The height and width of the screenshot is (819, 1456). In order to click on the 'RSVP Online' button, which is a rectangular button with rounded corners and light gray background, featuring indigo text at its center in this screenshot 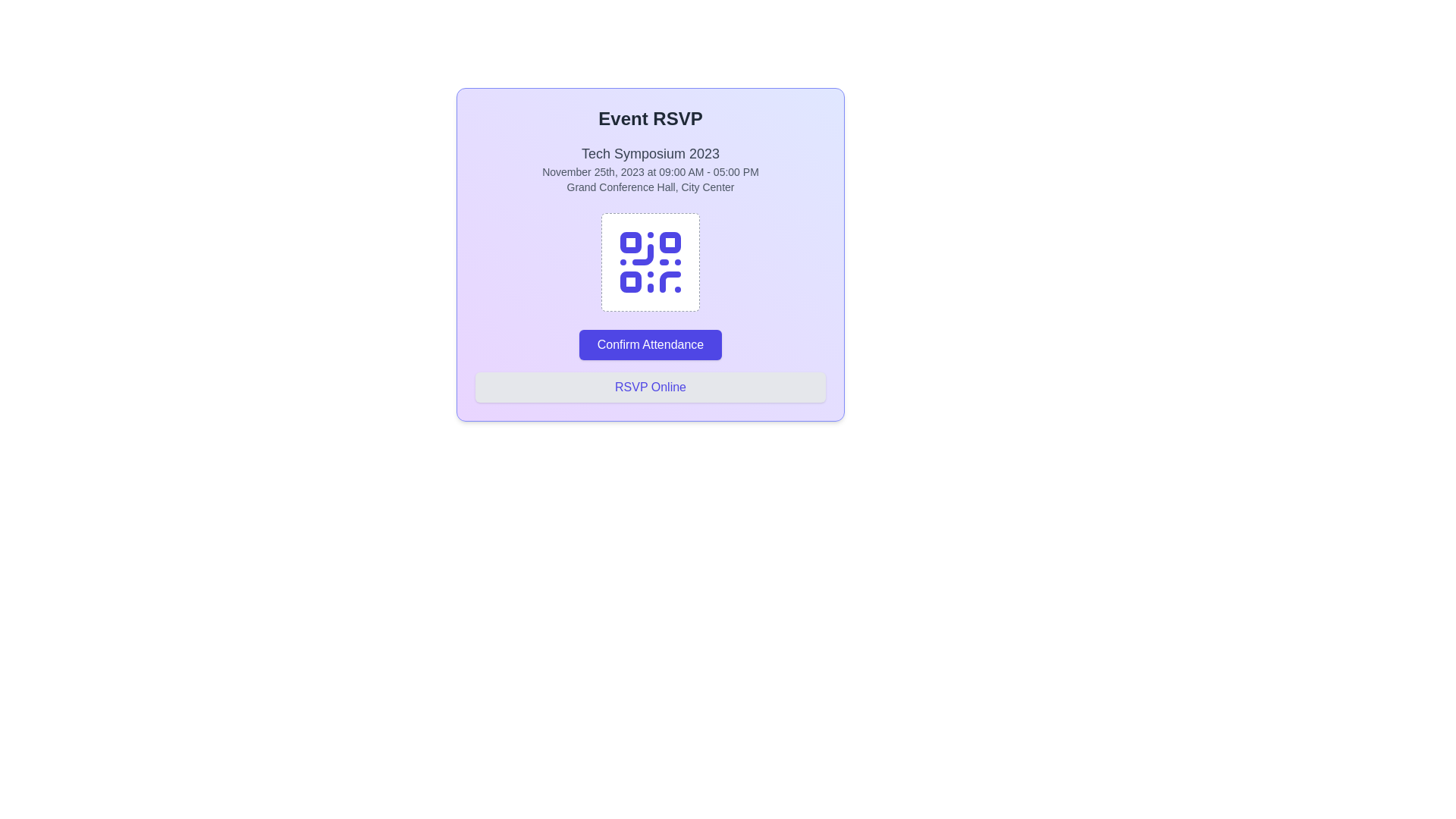, I will do `click(651, 386)`.